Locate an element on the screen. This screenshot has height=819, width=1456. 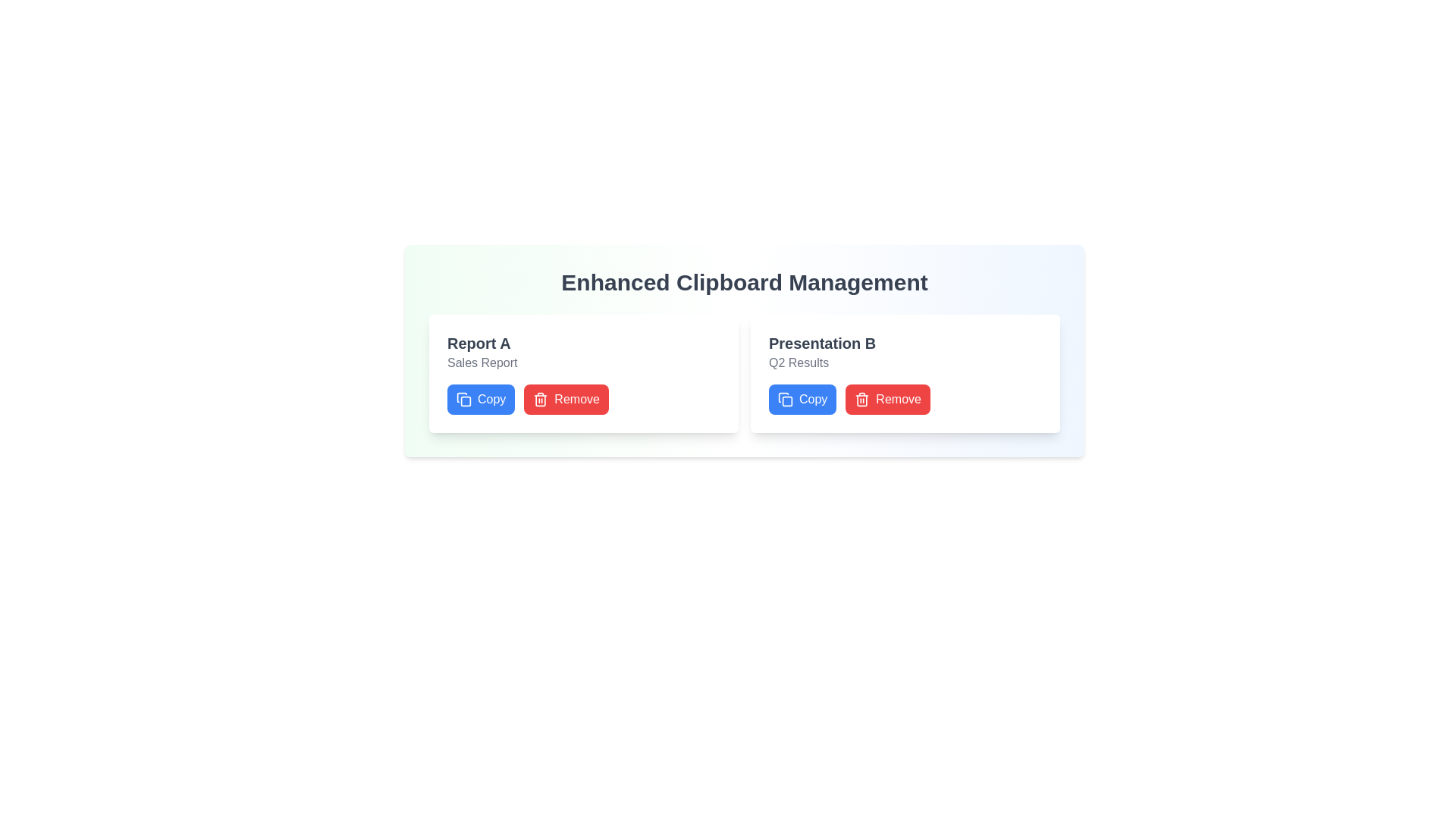
the static text label located in the second card from the left, positioned below the title 'Presentation B' and above the buttons 'Copy' and 'Remove' is located at coordinates (798, 362).